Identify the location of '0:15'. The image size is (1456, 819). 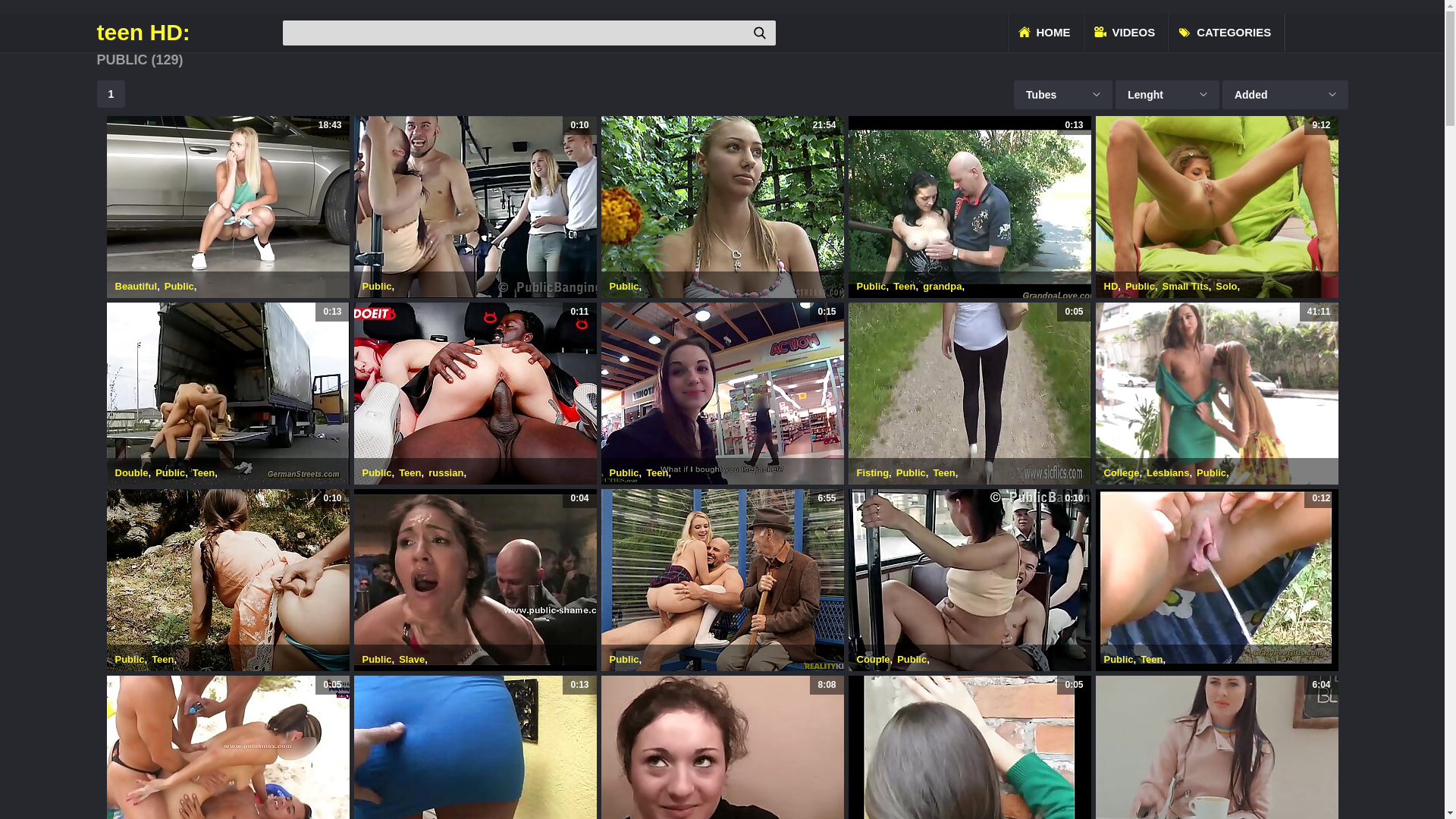
(720, 393).